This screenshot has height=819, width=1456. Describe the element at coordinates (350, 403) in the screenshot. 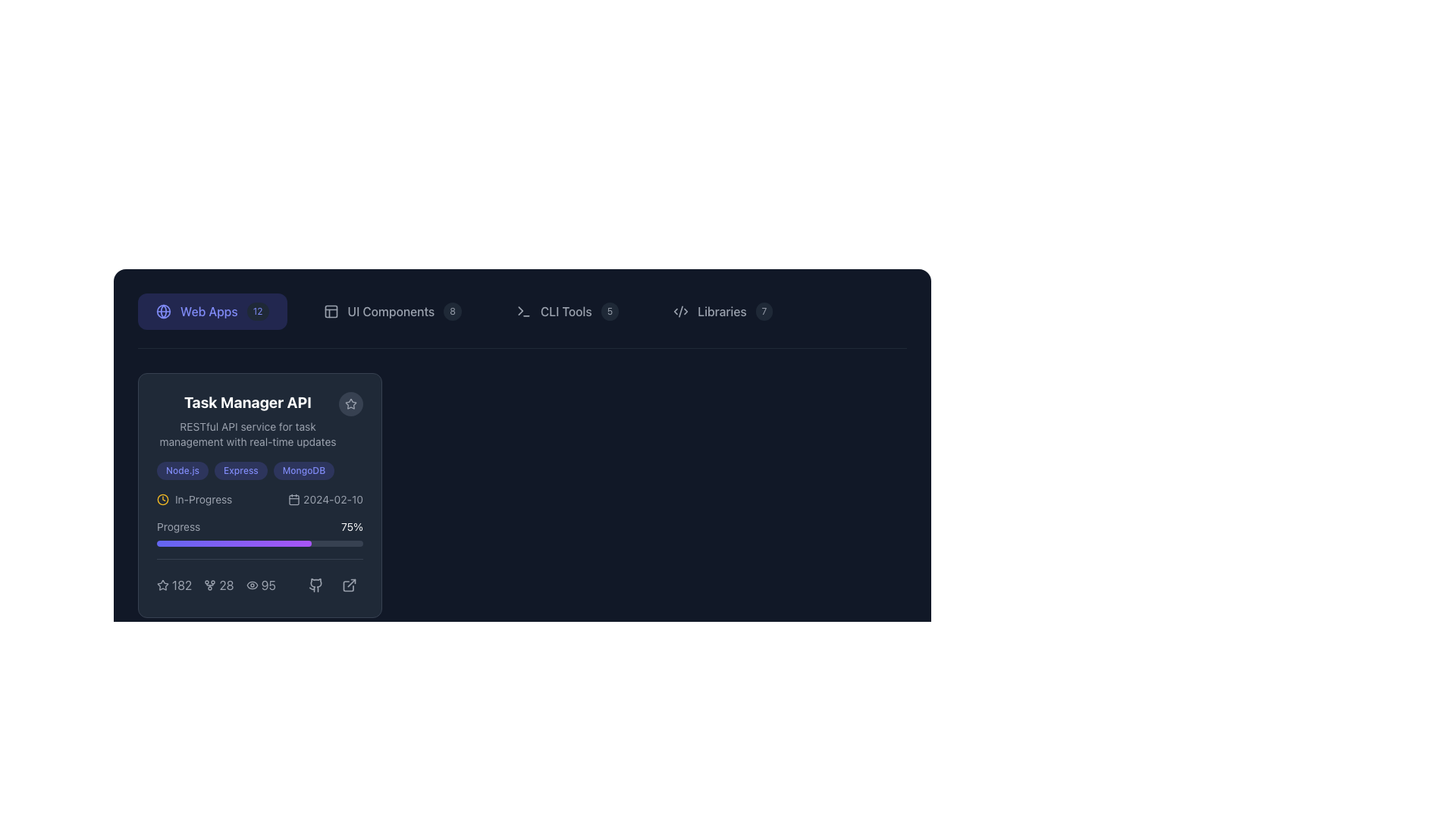

I see `the circular button with a star icon inside, located at the top-right corner of the 'Task Manager API' block` at that location.